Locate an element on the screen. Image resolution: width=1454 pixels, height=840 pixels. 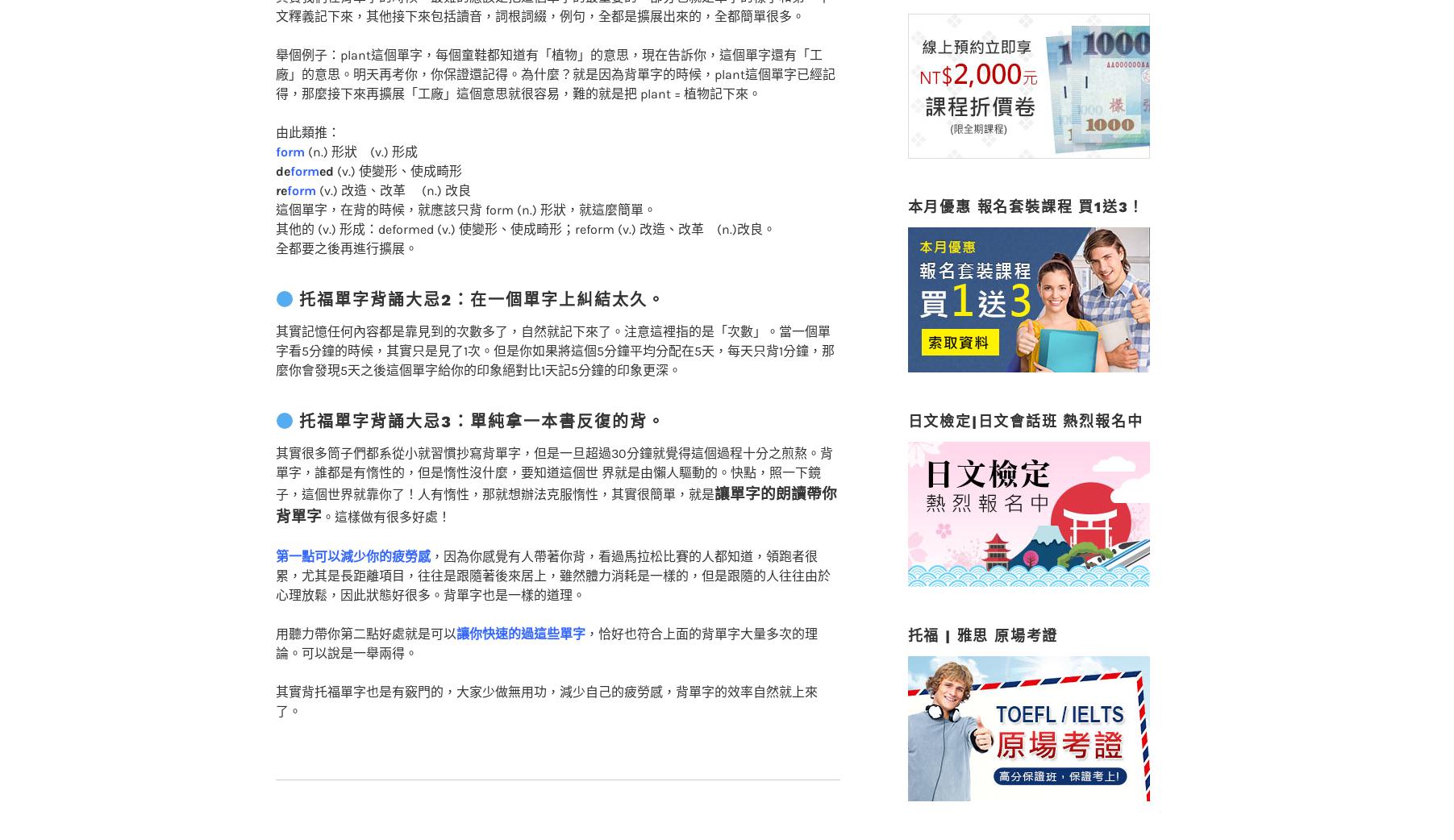
'英日文 平日/密集/假日班 開課中' is located at coordinates (1025, 817).